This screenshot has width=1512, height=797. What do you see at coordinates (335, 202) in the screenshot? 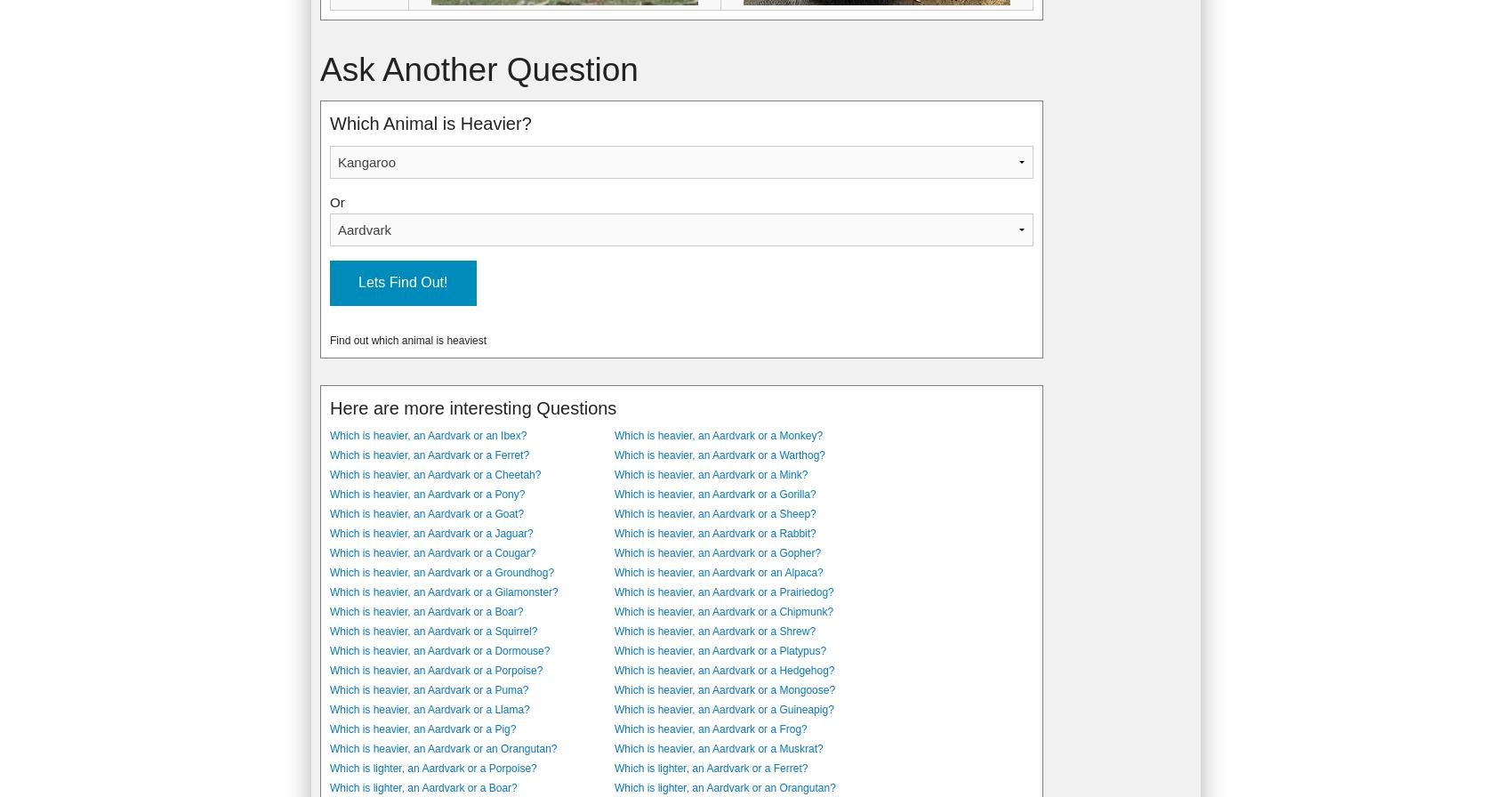
I see `'Or'` at bounding box center [335, 202].